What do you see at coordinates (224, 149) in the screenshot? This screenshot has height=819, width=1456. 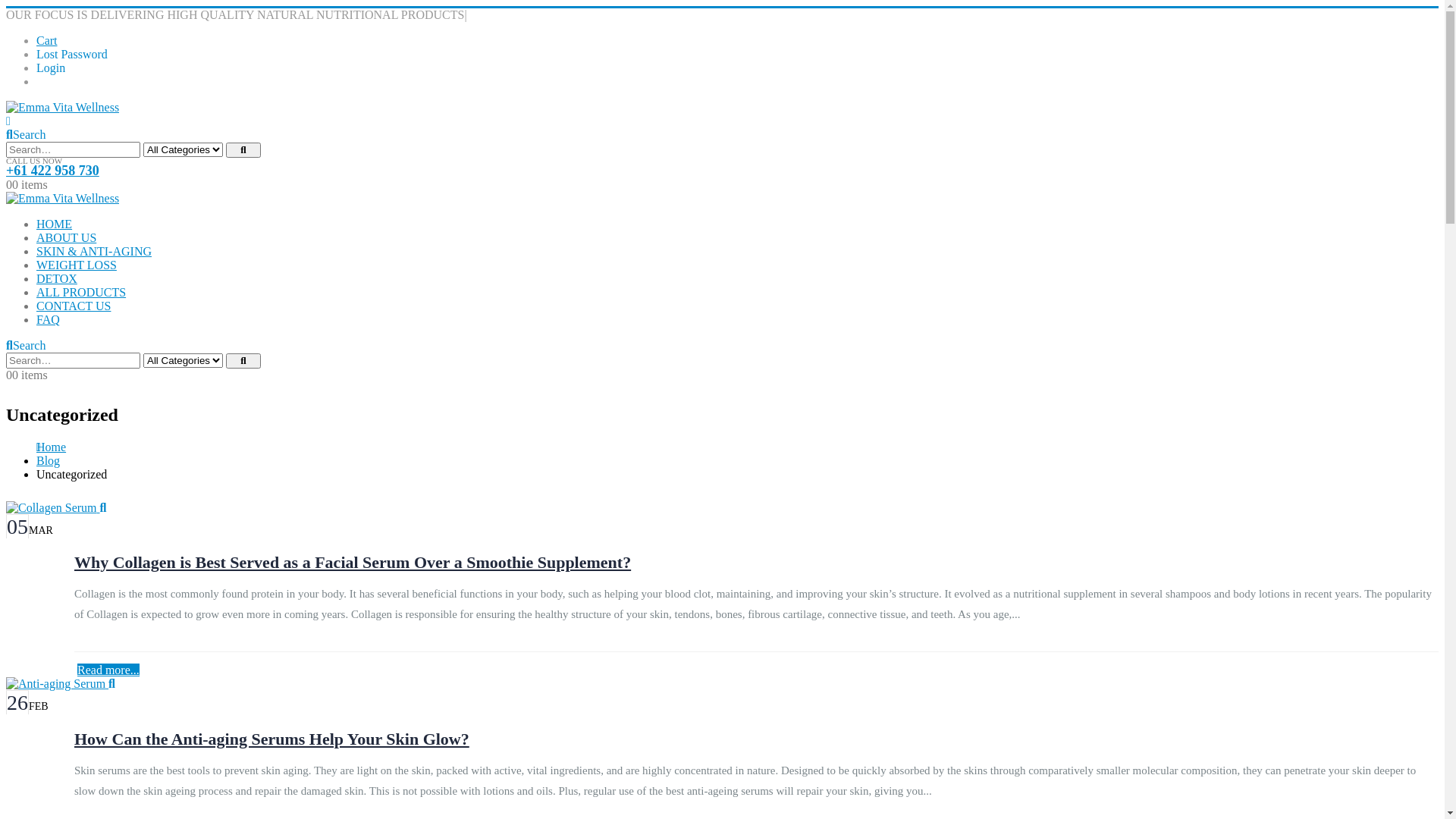 I see `'Search'` at bounding box center [224, 149].